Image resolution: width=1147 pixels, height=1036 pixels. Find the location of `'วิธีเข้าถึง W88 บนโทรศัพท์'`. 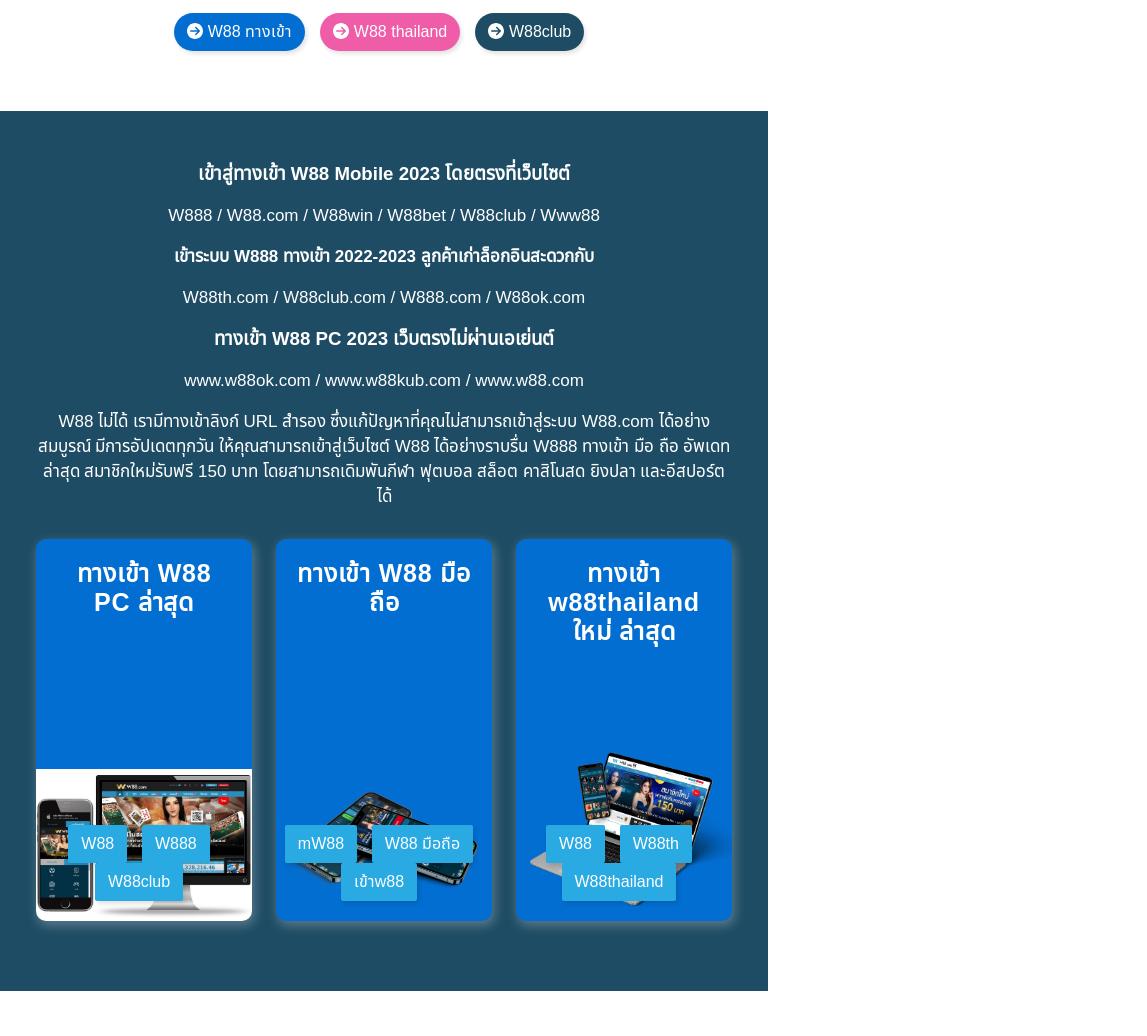

'วิธีเข้าถึง W88 บนโทรศัพท์' is located at coordinates (187, 942).